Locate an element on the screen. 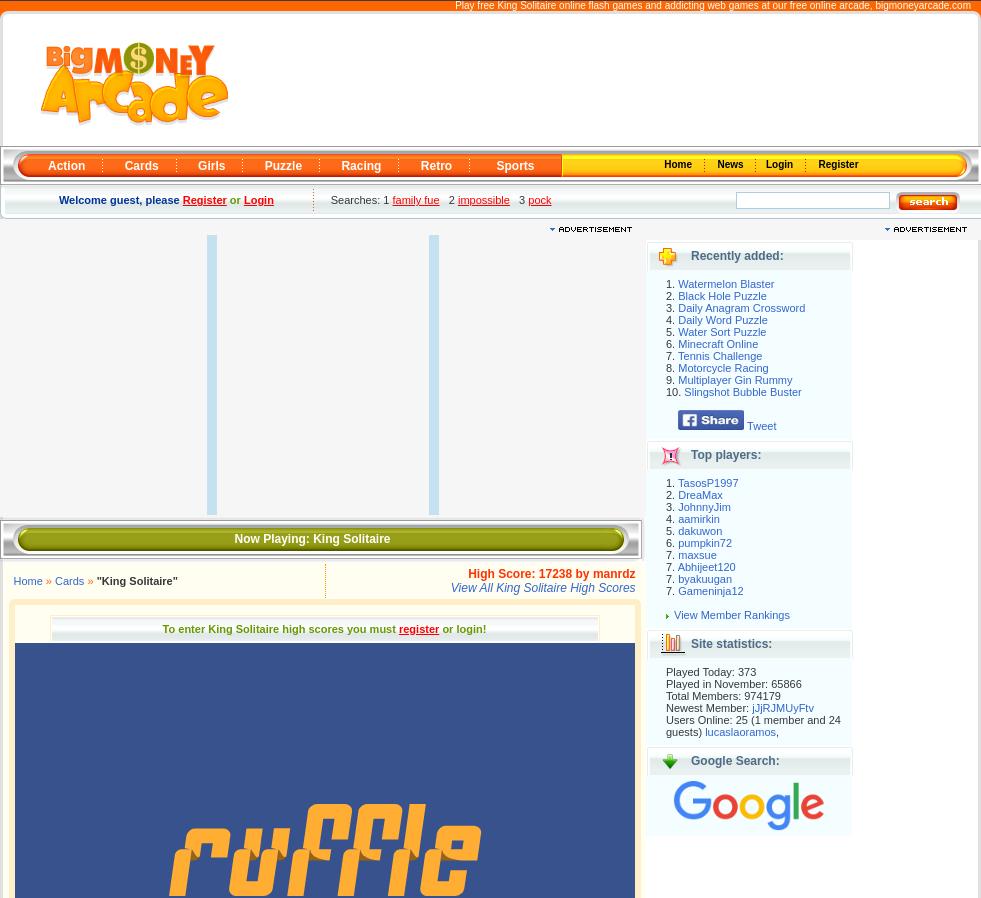 Image resolution: width=981 pixels, height=898 pixels. 'King Solitaire' is located at coordinates (350, 537).